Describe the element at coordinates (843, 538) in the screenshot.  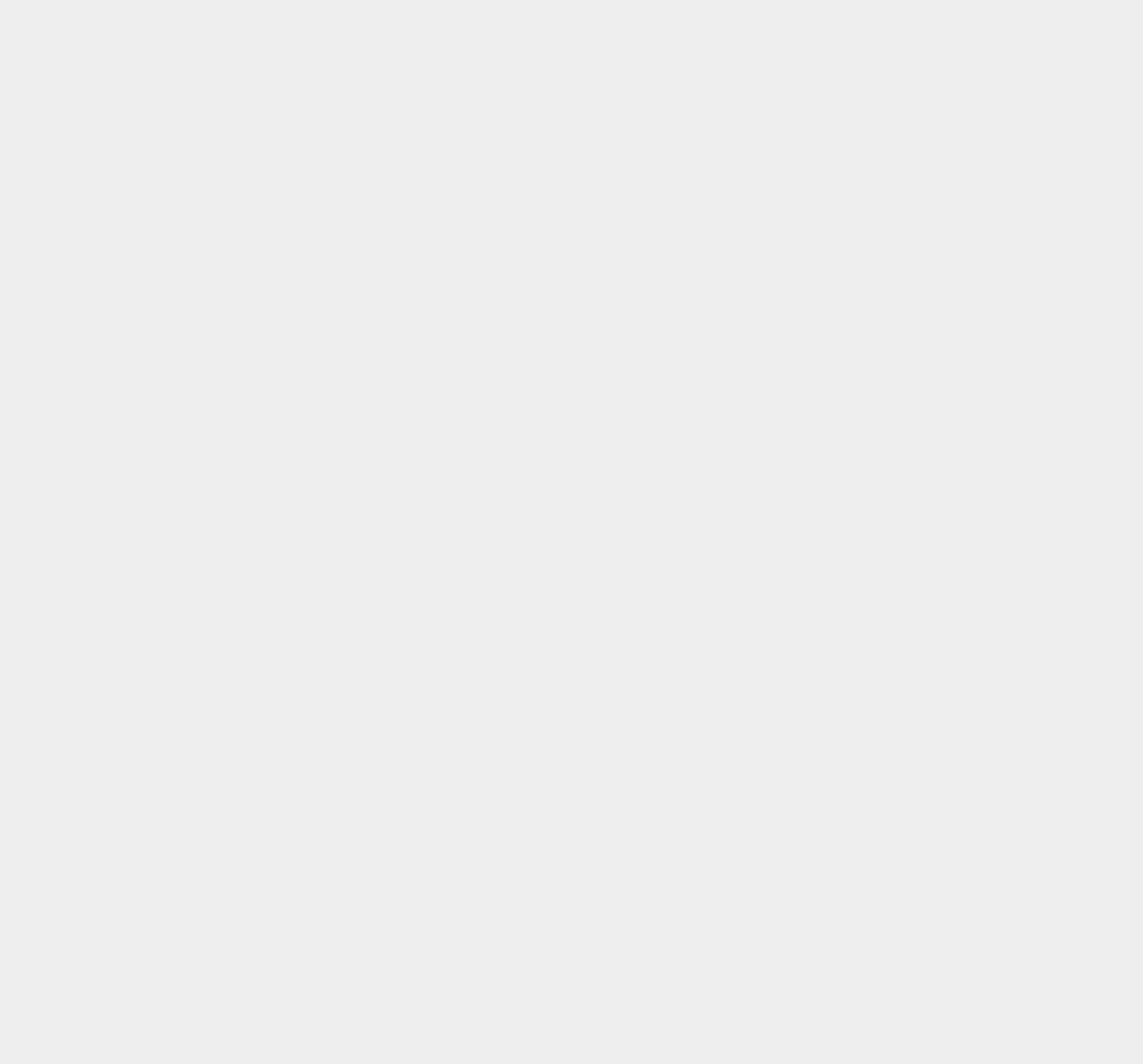
I see `'iPhone 3GS'` at that location.